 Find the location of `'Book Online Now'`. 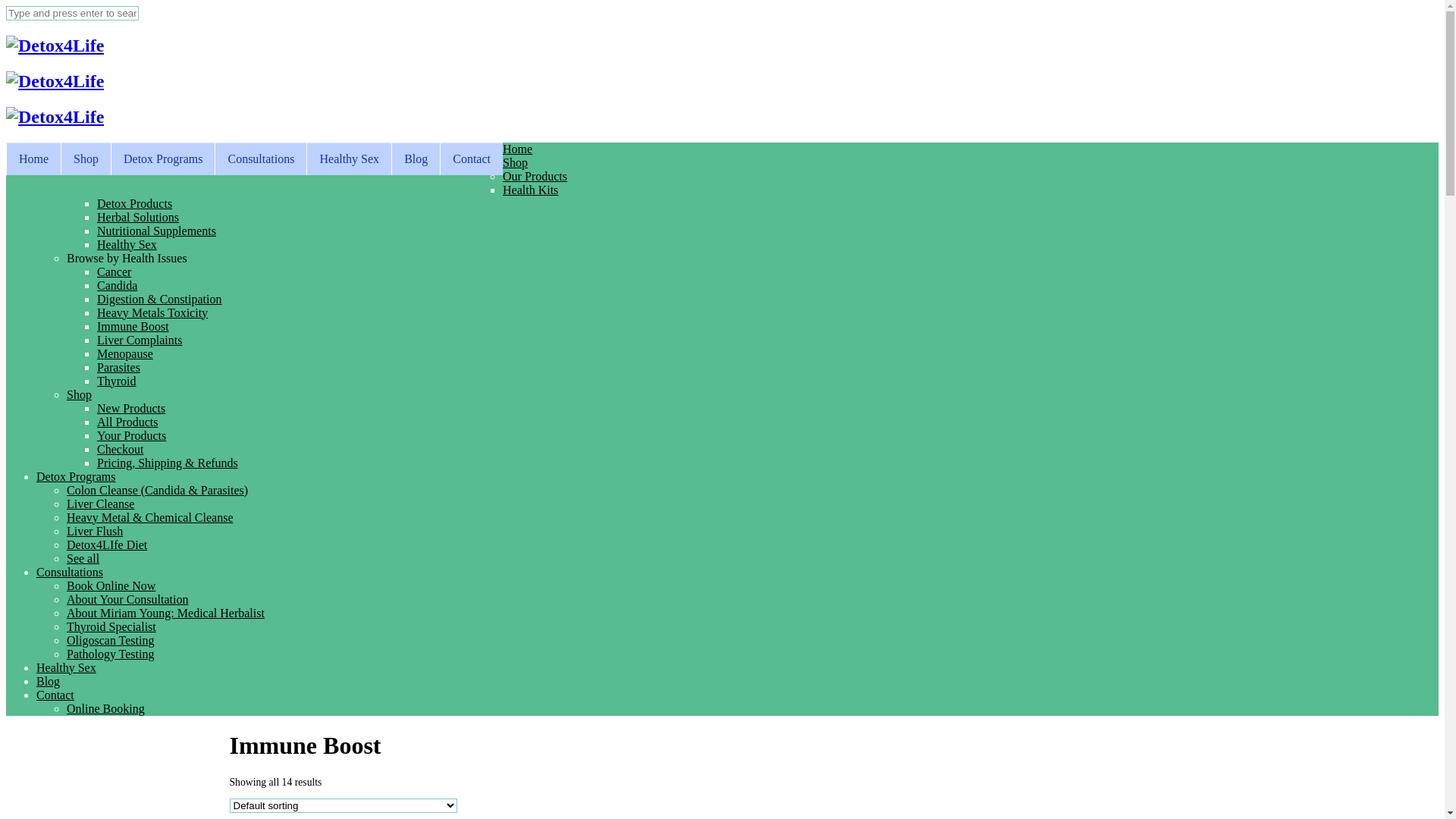

'Book Online Now' is located at coordinates (110, 585).